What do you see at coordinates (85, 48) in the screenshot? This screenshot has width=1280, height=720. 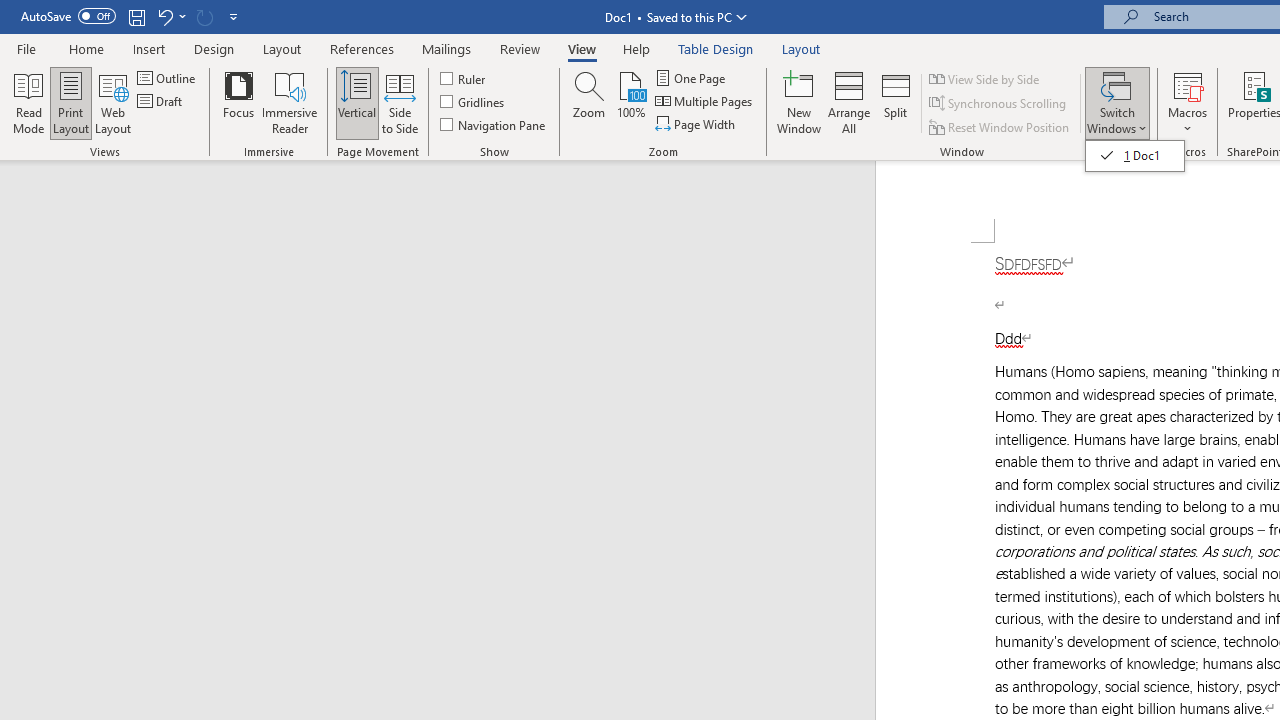 I see `'Home'` at bounding box center [85, 48].